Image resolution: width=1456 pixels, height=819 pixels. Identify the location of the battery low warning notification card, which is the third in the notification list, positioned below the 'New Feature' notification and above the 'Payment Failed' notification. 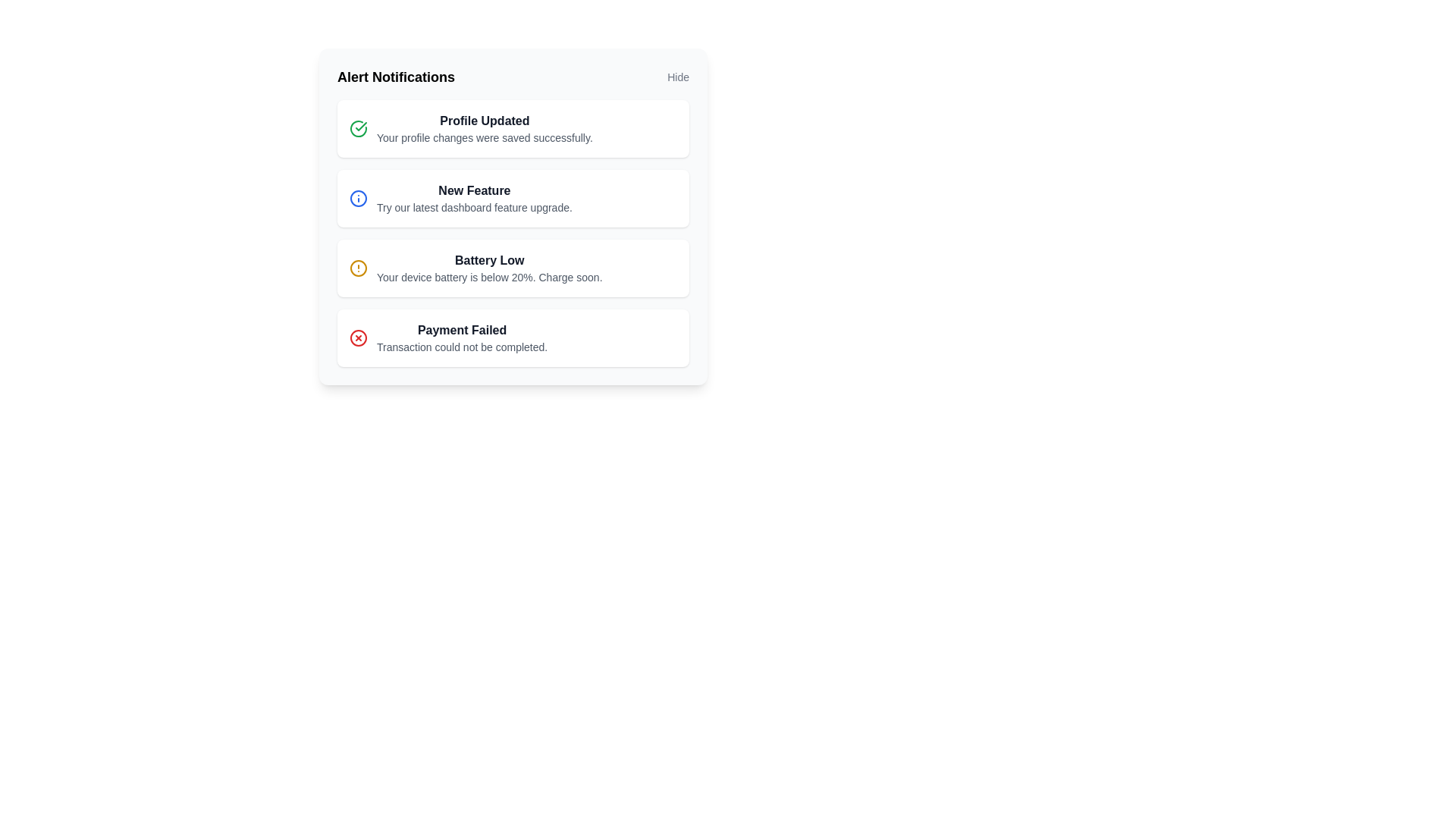
(513, 268).